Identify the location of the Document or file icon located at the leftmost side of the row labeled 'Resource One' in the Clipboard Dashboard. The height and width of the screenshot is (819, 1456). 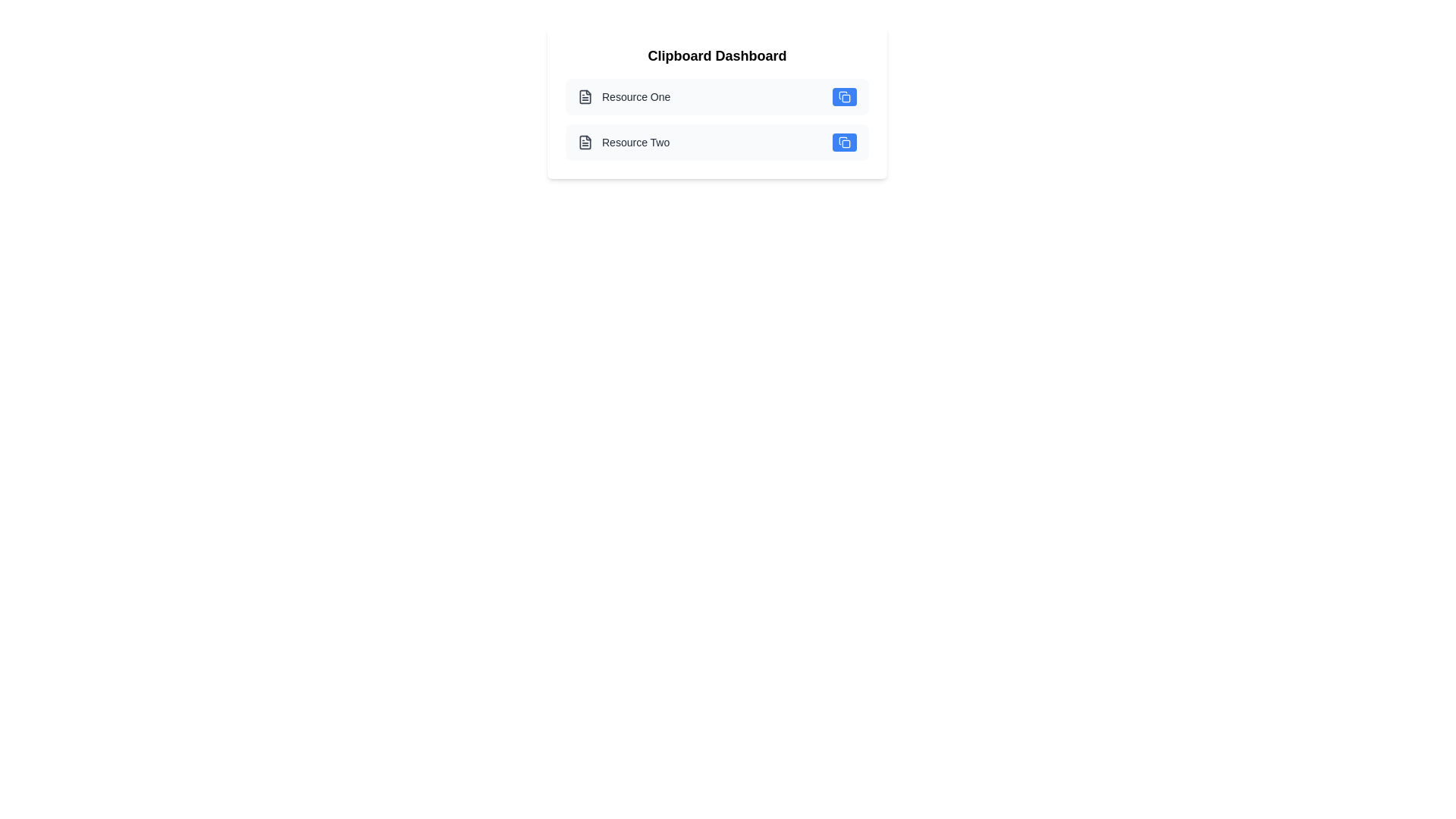
(585, 96).